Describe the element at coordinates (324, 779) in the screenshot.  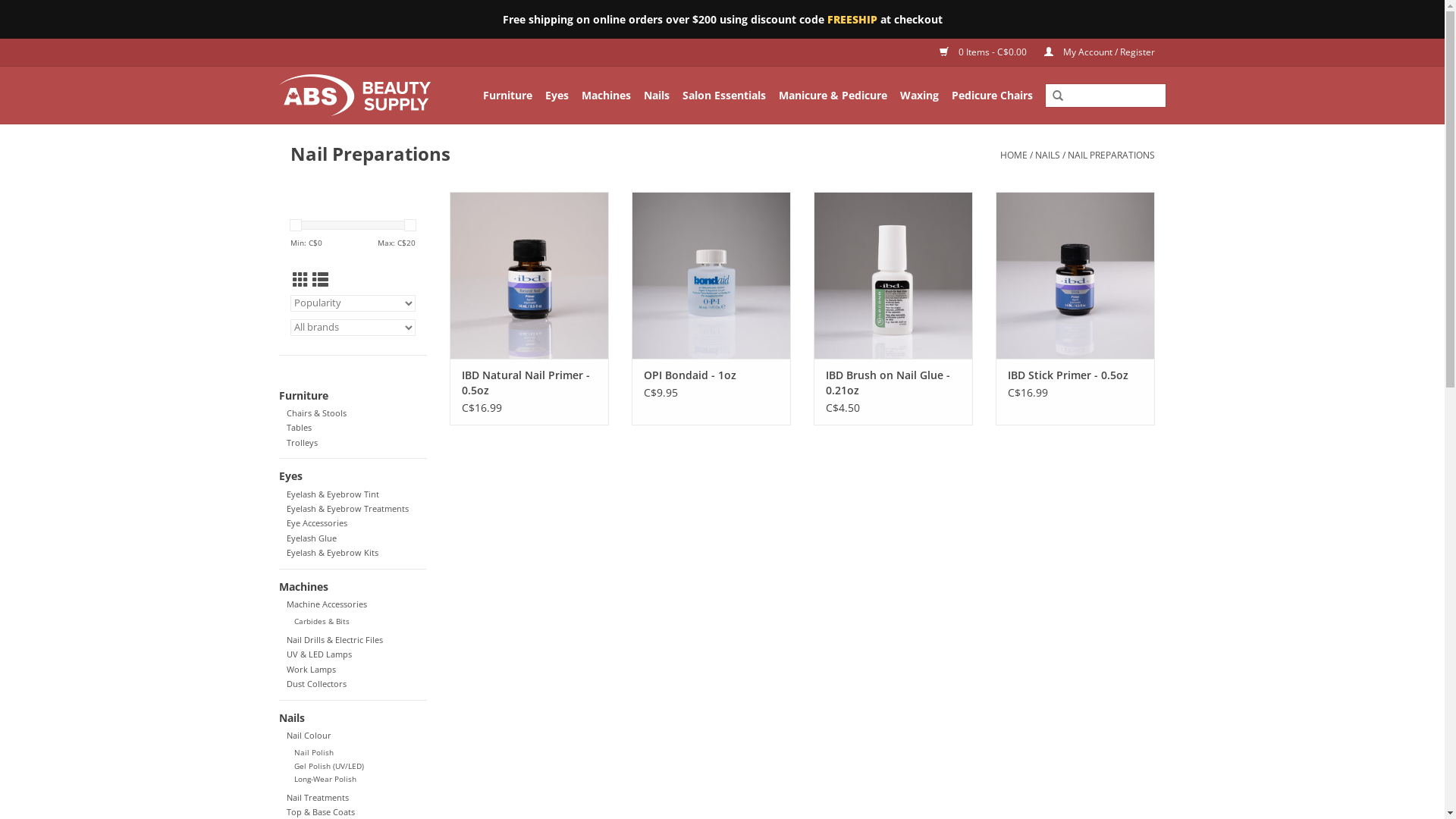
I see `'Long-Wear Polish'` at that location.